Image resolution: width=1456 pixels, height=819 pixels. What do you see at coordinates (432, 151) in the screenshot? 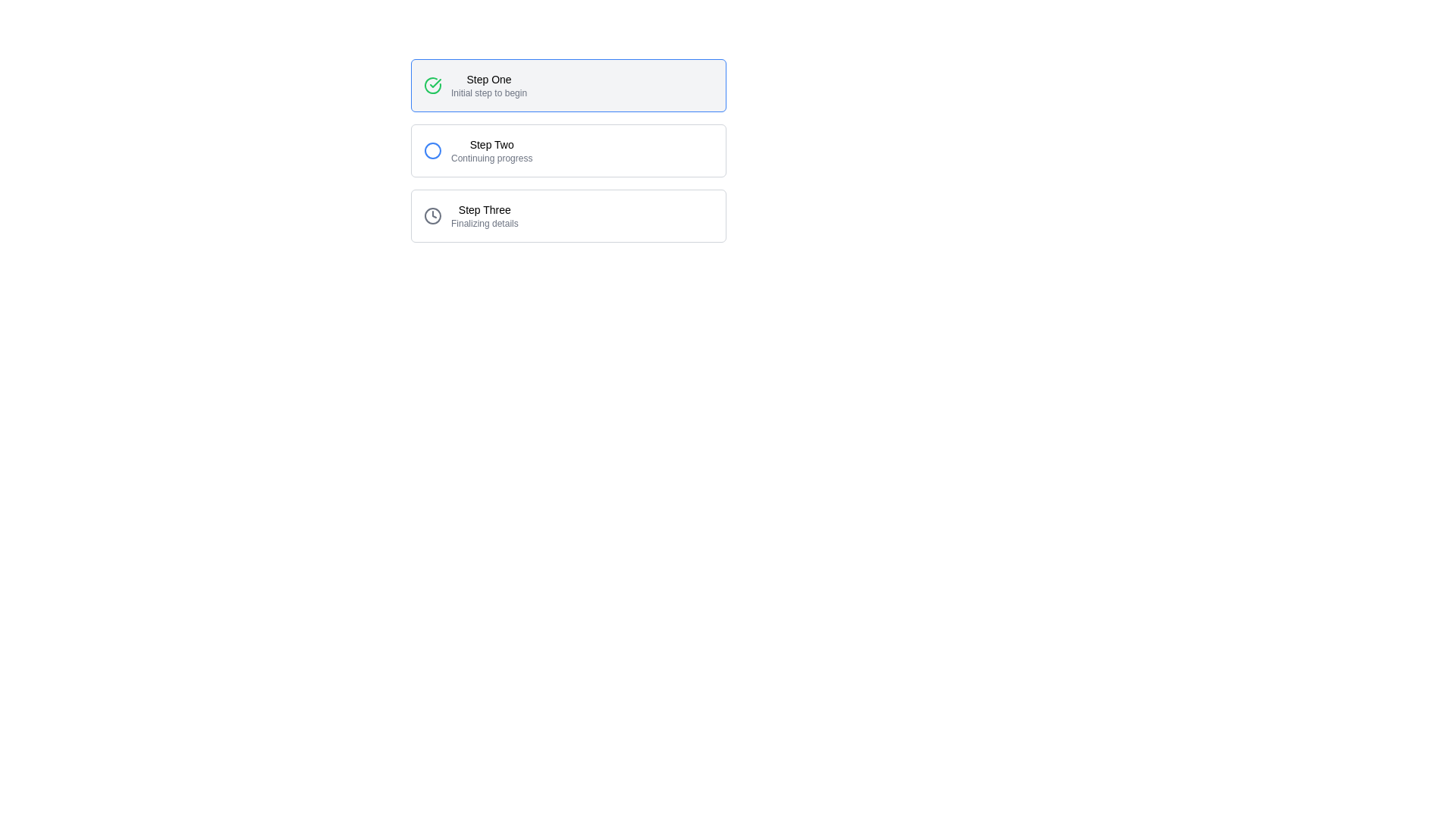
I see `the blue circular outline icon located to the left of the 'Step Two' text representing a step in a sequential process` at bounding box center [432, 151].